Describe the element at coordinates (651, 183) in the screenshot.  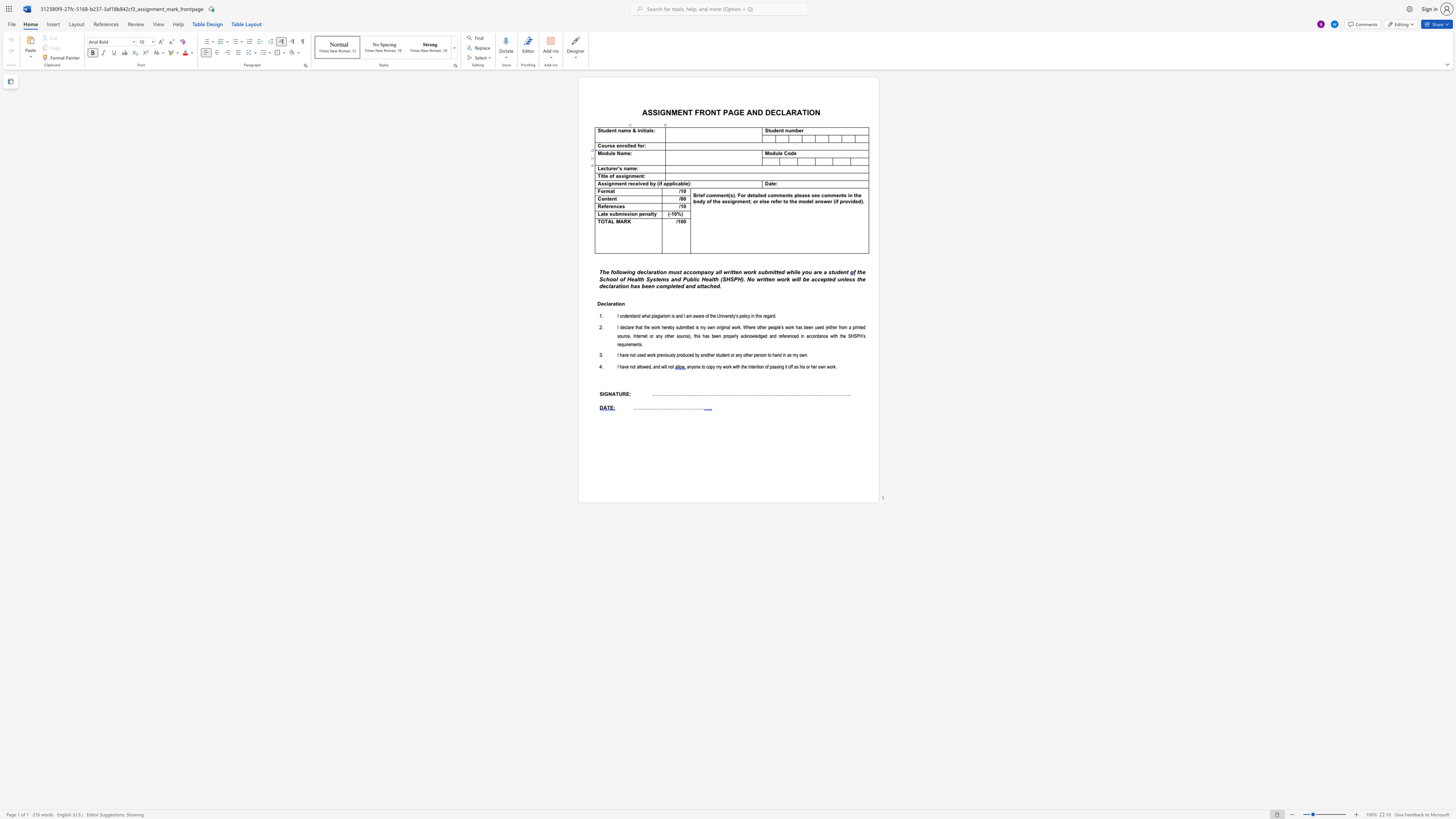
I see `the 1th character "b" in the text` at that location.